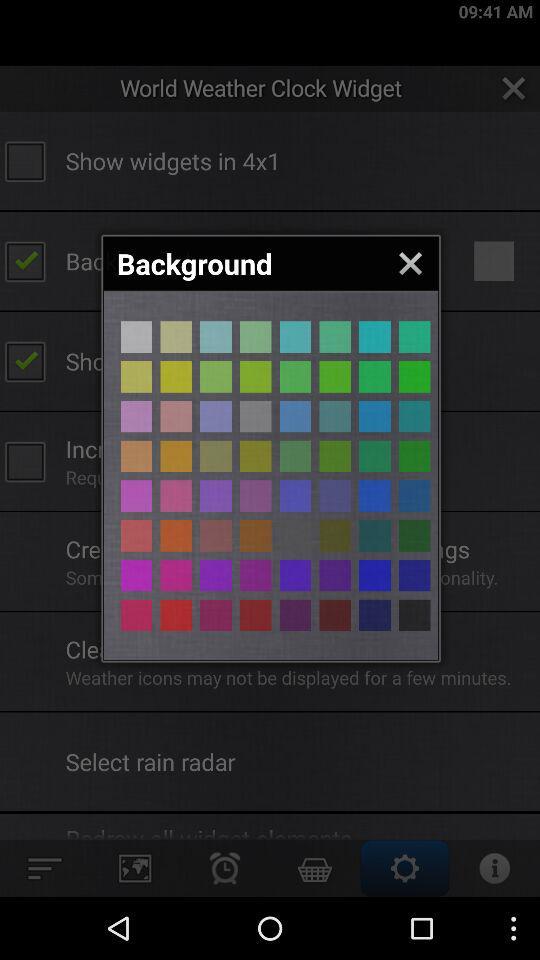 This screenshot has height=960, width=540. I want to click on different colors button, so click(335, 614).